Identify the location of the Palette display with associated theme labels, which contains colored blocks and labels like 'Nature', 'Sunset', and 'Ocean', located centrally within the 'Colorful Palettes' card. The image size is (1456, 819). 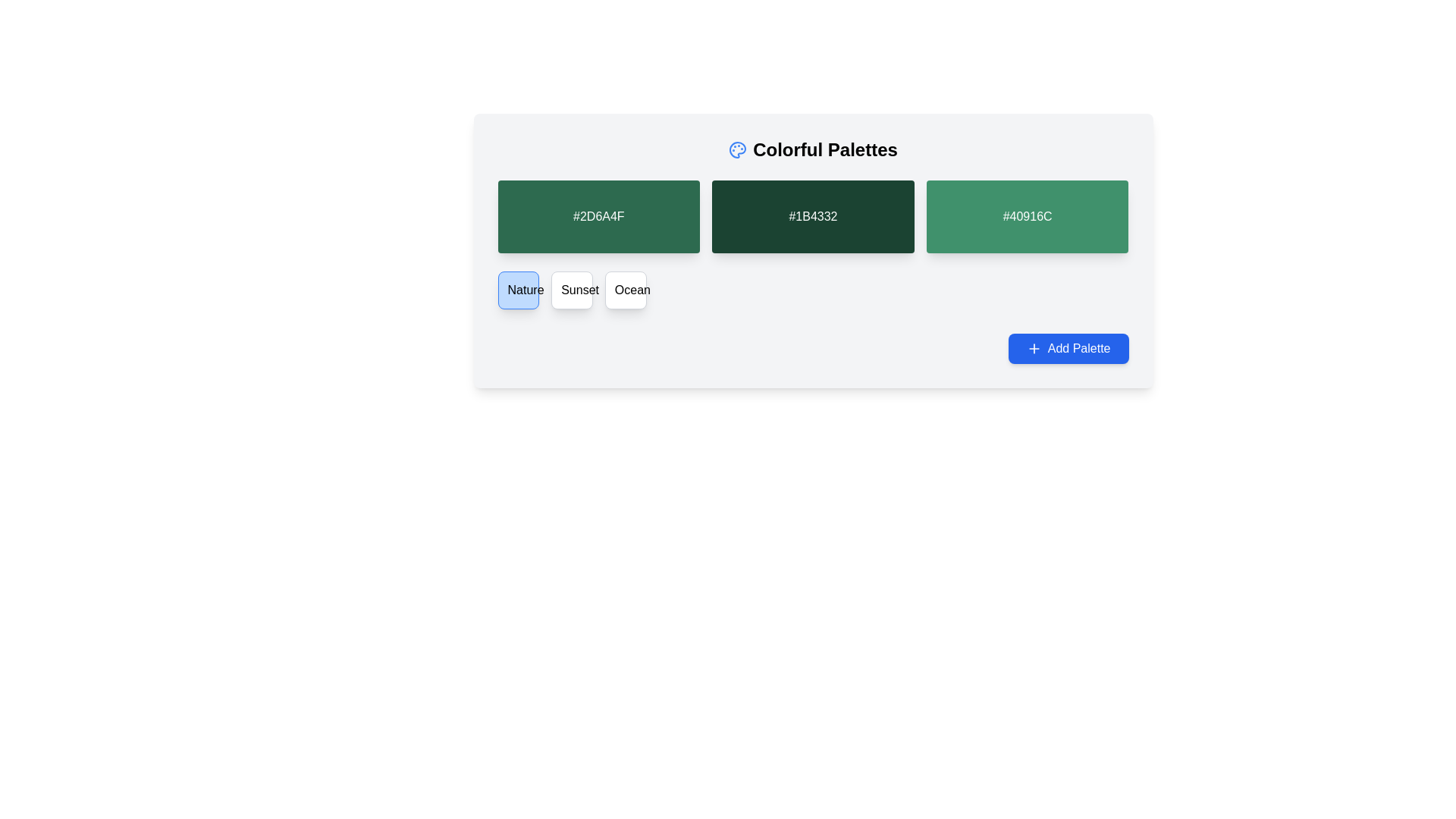
(812, 271).